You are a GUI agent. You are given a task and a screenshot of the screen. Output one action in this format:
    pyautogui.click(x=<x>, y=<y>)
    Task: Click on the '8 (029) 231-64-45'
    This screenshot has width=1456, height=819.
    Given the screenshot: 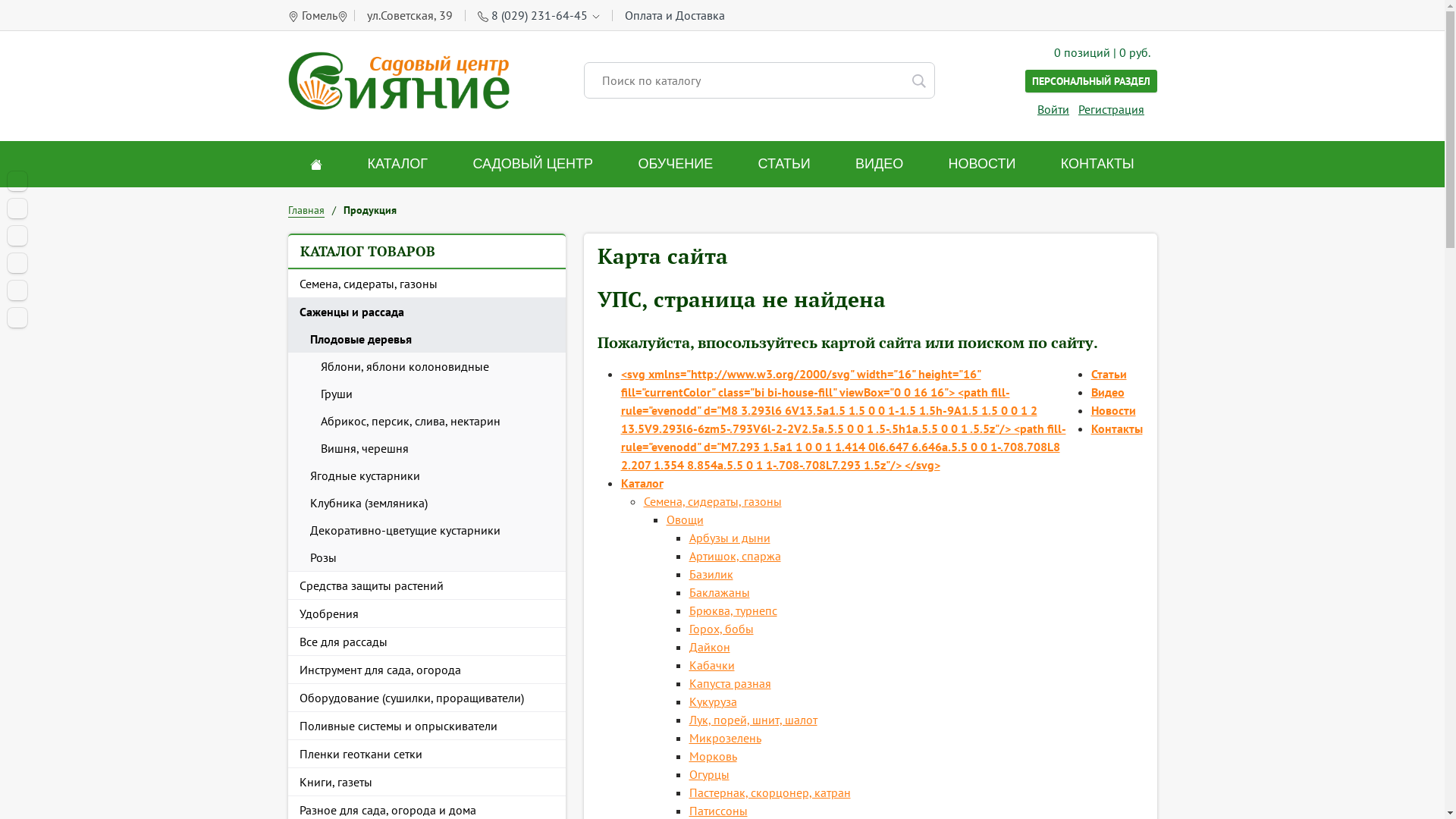 What is the action you would take?
    pyautogui.click(x=539, y=14)
    